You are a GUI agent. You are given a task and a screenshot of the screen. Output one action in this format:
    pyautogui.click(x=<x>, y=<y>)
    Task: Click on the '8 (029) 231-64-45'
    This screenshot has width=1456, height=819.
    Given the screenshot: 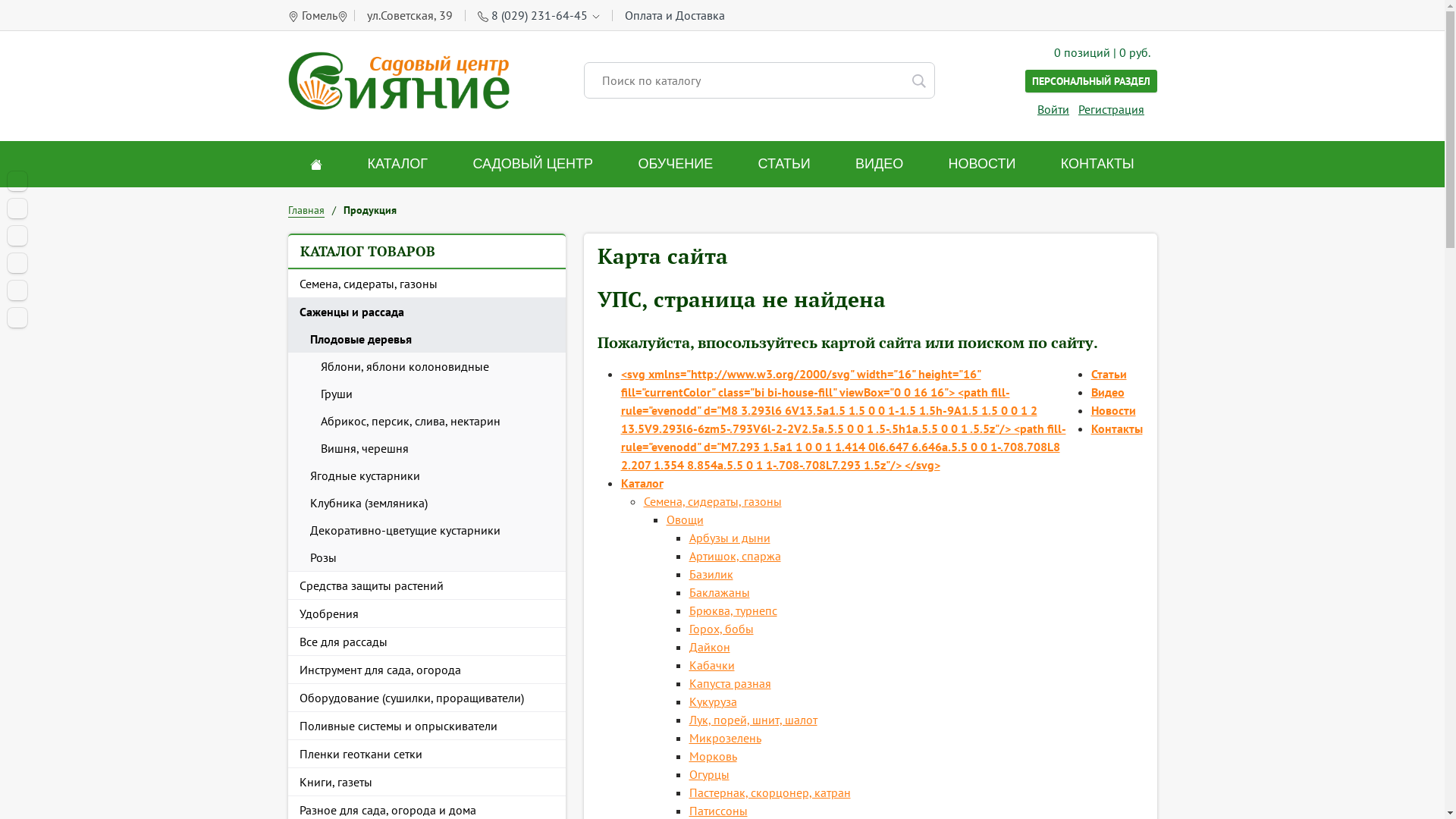 What is the action you would take?
    pyautogui.click(x=539, y=14)
    